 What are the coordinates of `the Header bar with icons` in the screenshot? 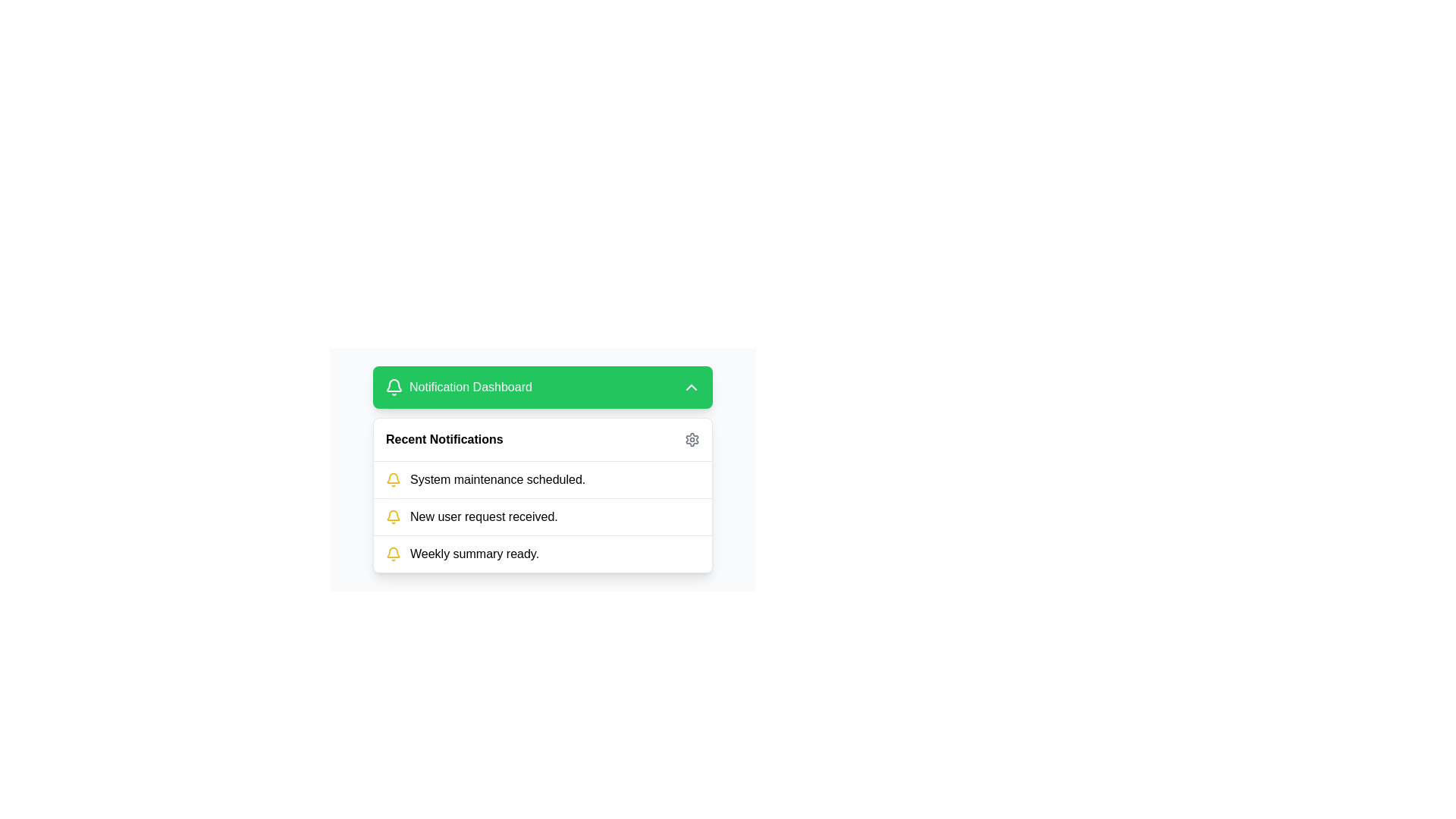 It's located at (542, 468).